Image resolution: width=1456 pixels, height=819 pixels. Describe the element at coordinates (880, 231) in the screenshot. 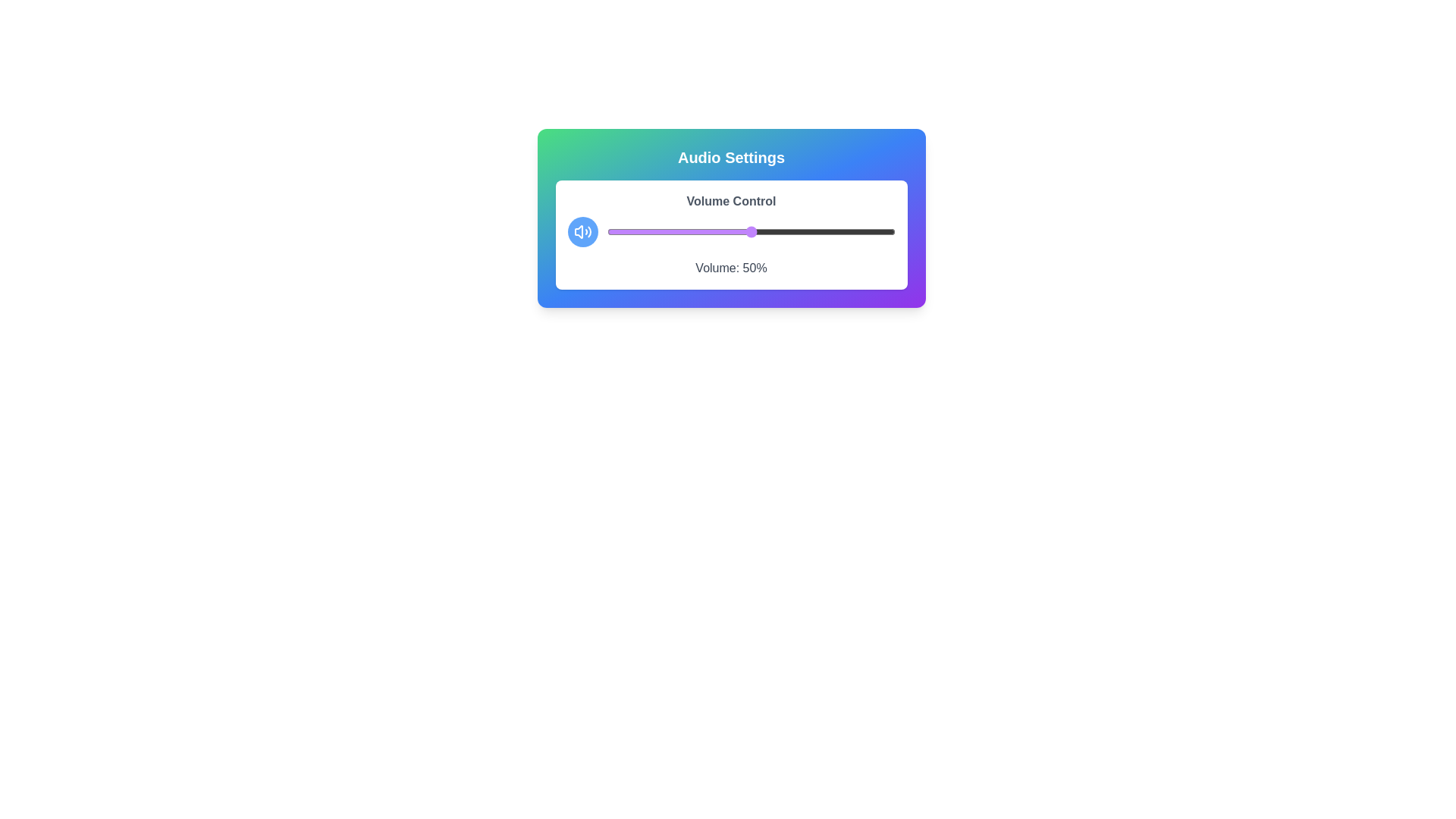

I see `volume slider` at that location.